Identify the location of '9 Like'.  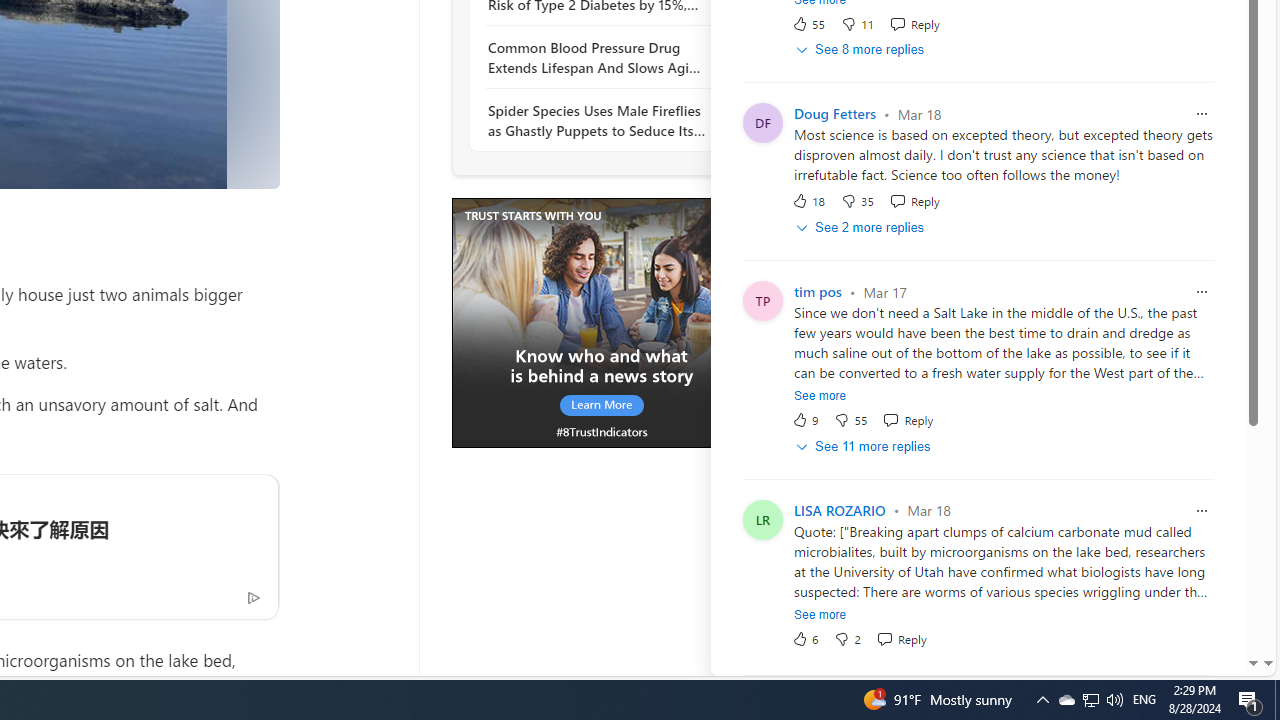
(805, 419).